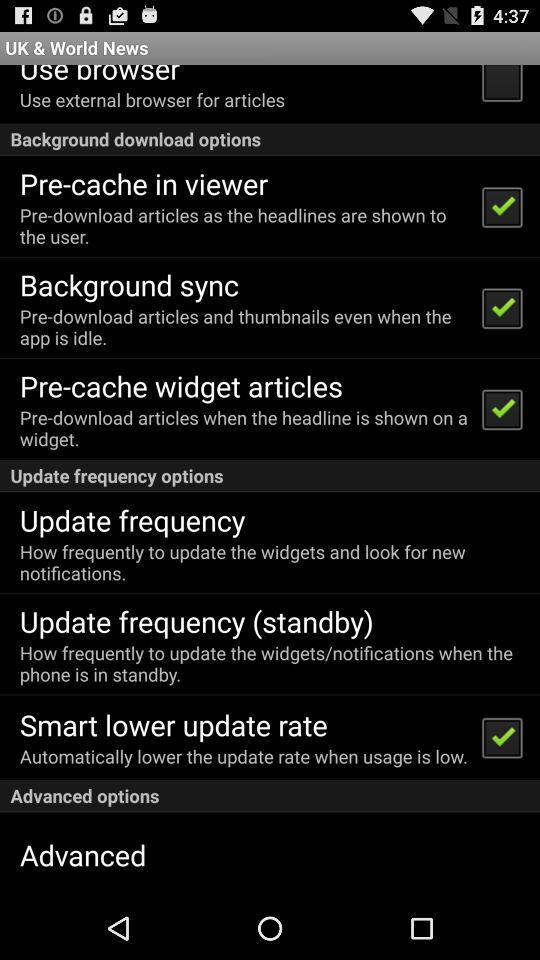  I want to click on background sync icon, so click(129, 283).